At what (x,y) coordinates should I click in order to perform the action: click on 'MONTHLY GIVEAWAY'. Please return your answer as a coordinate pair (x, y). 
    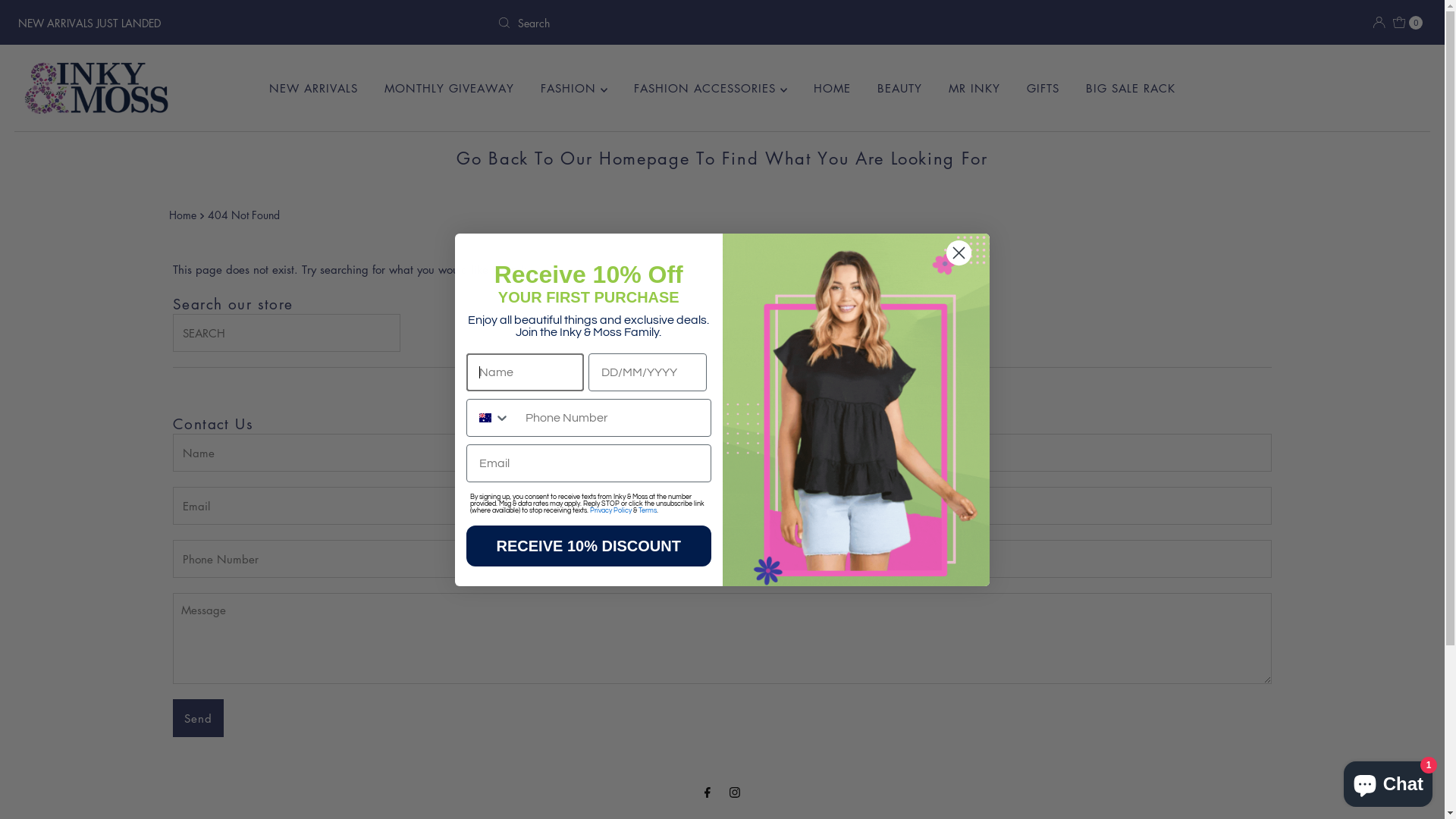
    Looking at the image, I should click on (448, 87).